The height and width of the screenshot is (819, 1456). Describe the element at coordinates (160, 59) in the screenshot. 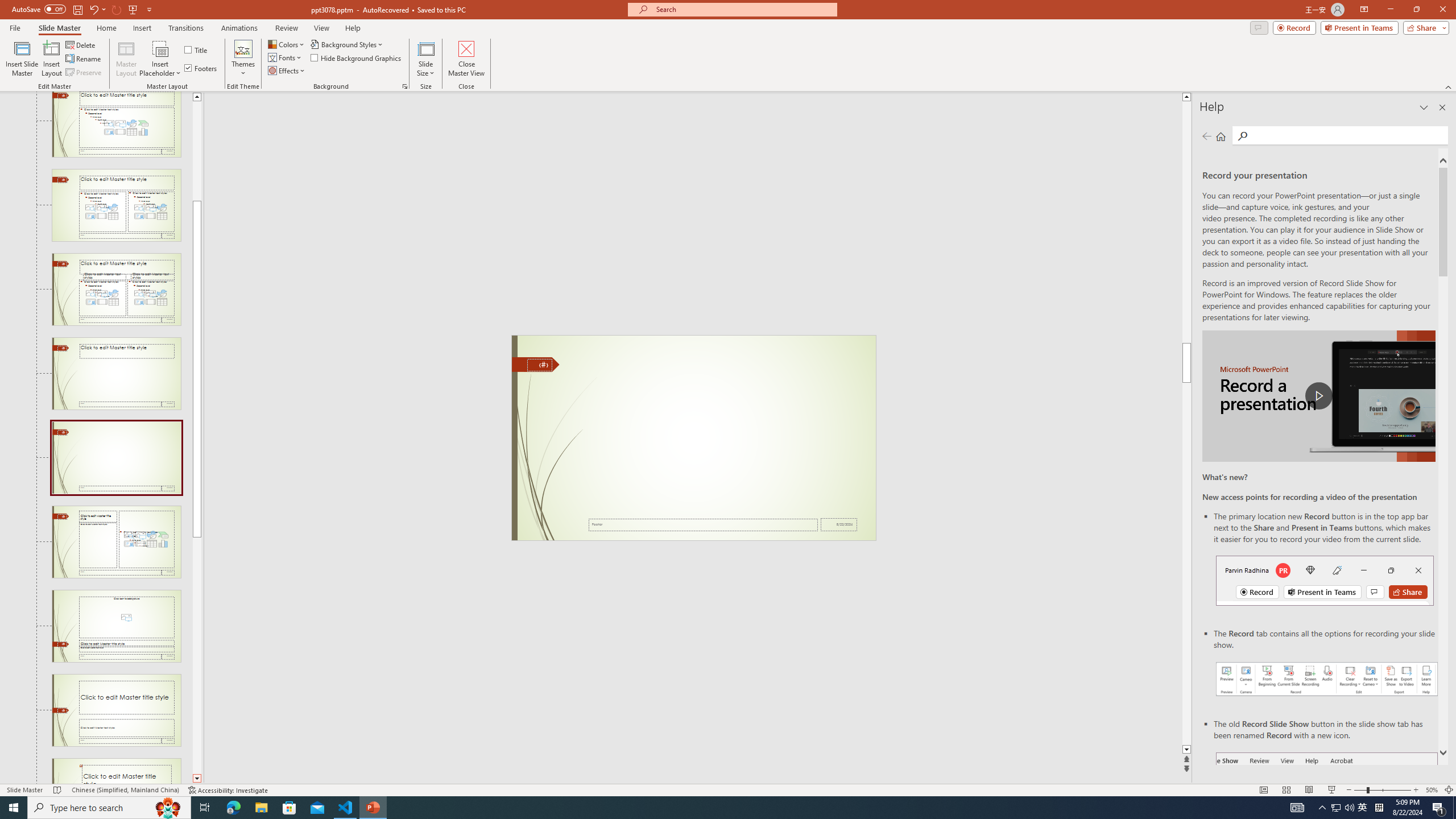

I see `'Insert Placeholder'` at that location.